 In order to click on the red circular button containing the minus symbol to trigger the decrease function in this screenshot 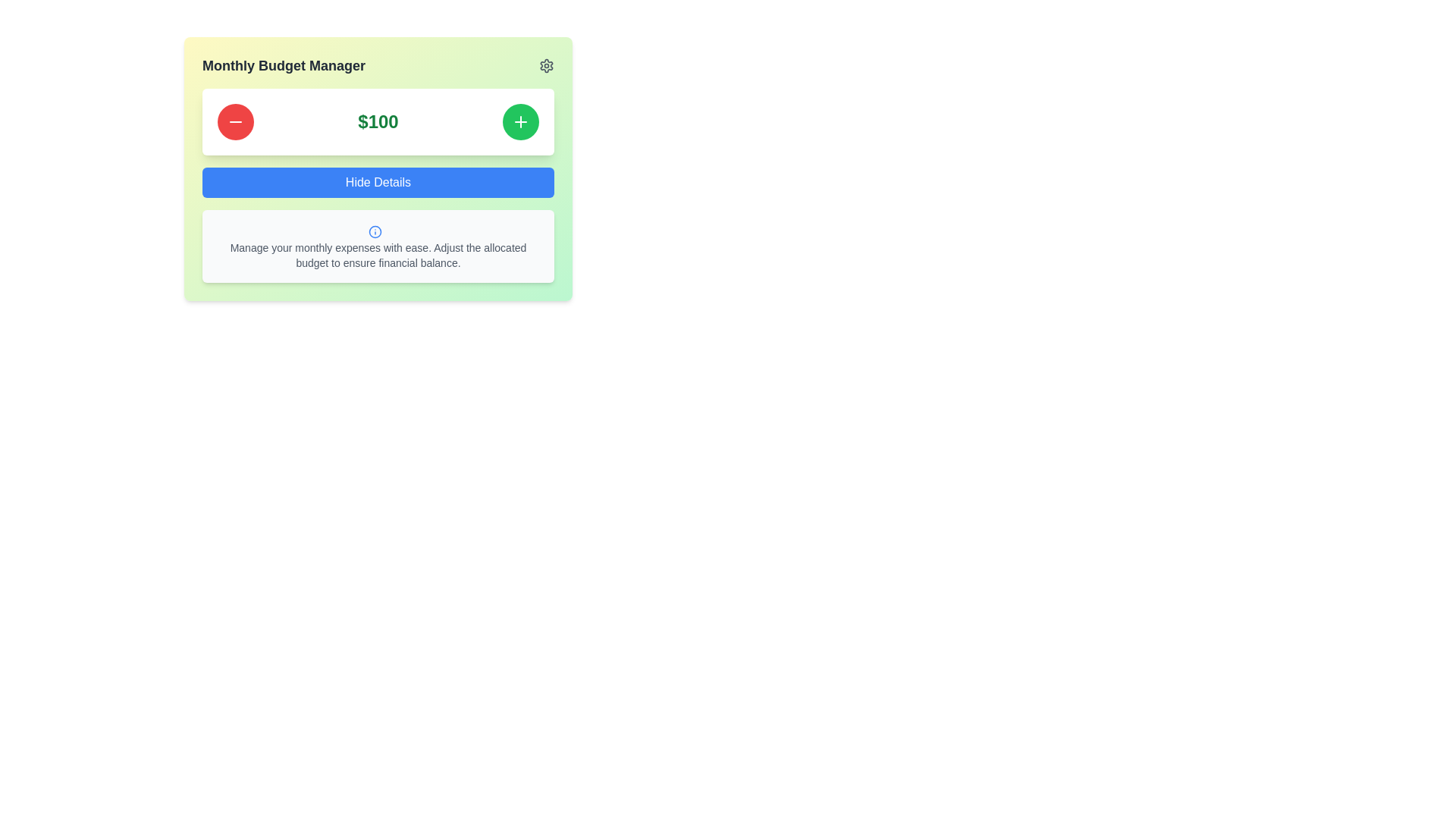, I will do `click(235, 121)`.